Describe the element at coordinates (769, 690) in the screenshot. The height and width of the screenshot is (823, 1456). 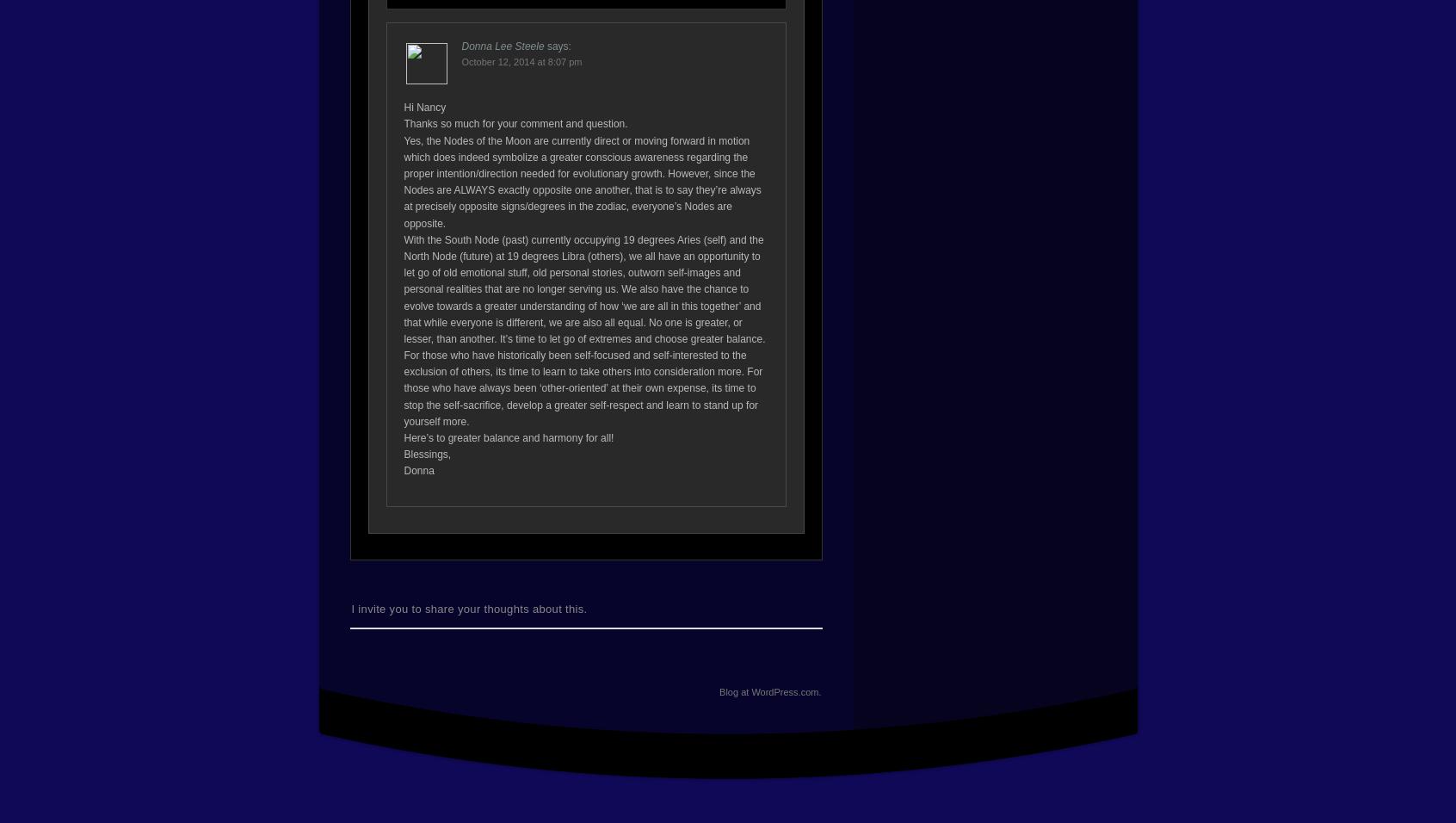
I see `'Blog at WordPress.com.'` at that location.